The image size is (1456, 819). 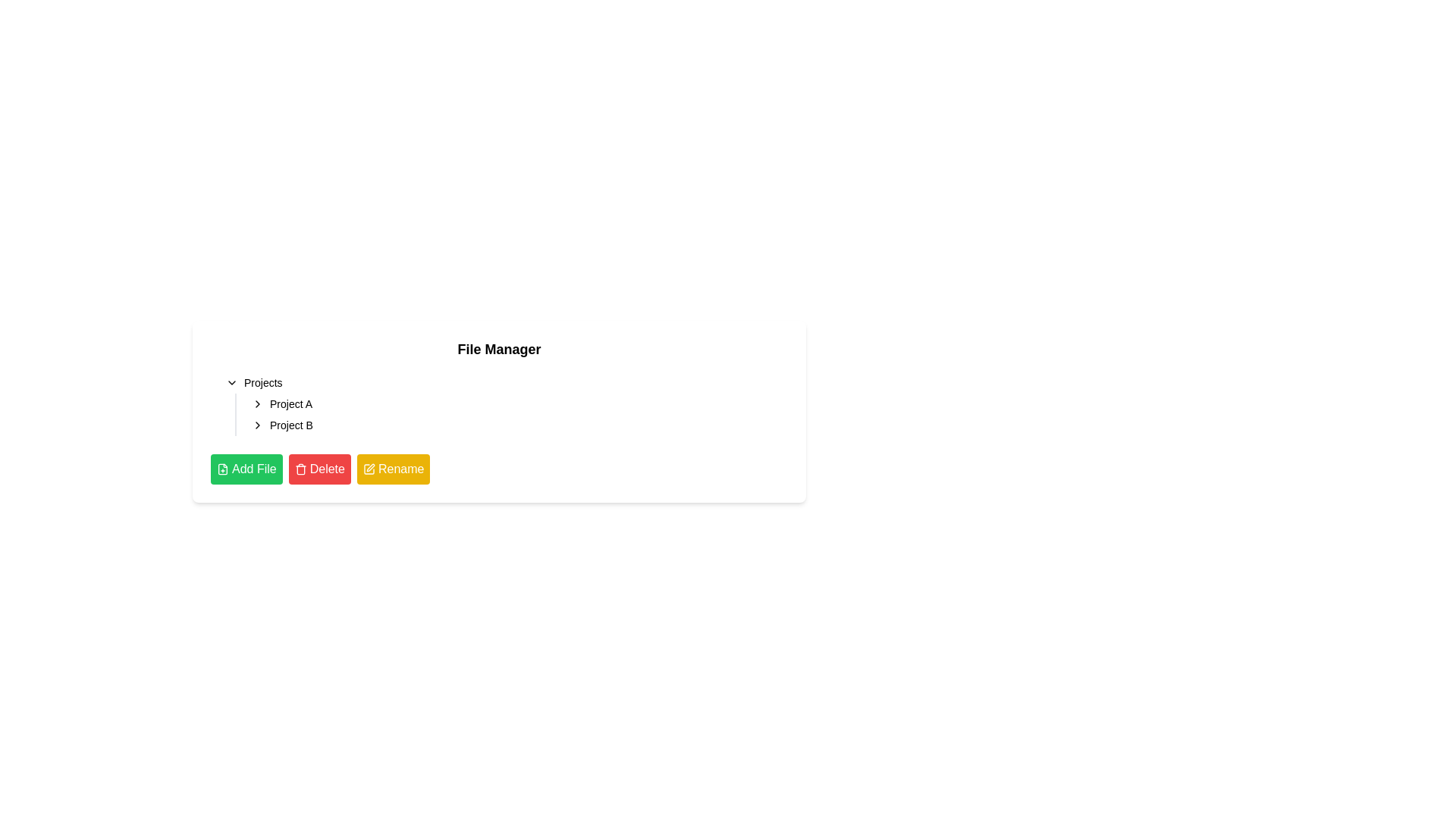 What do you see at coordinates (231, 382) in the screenshot?
I see `the chevron icon to the left of the 'Projects' label` at bounding box center [231, 382].